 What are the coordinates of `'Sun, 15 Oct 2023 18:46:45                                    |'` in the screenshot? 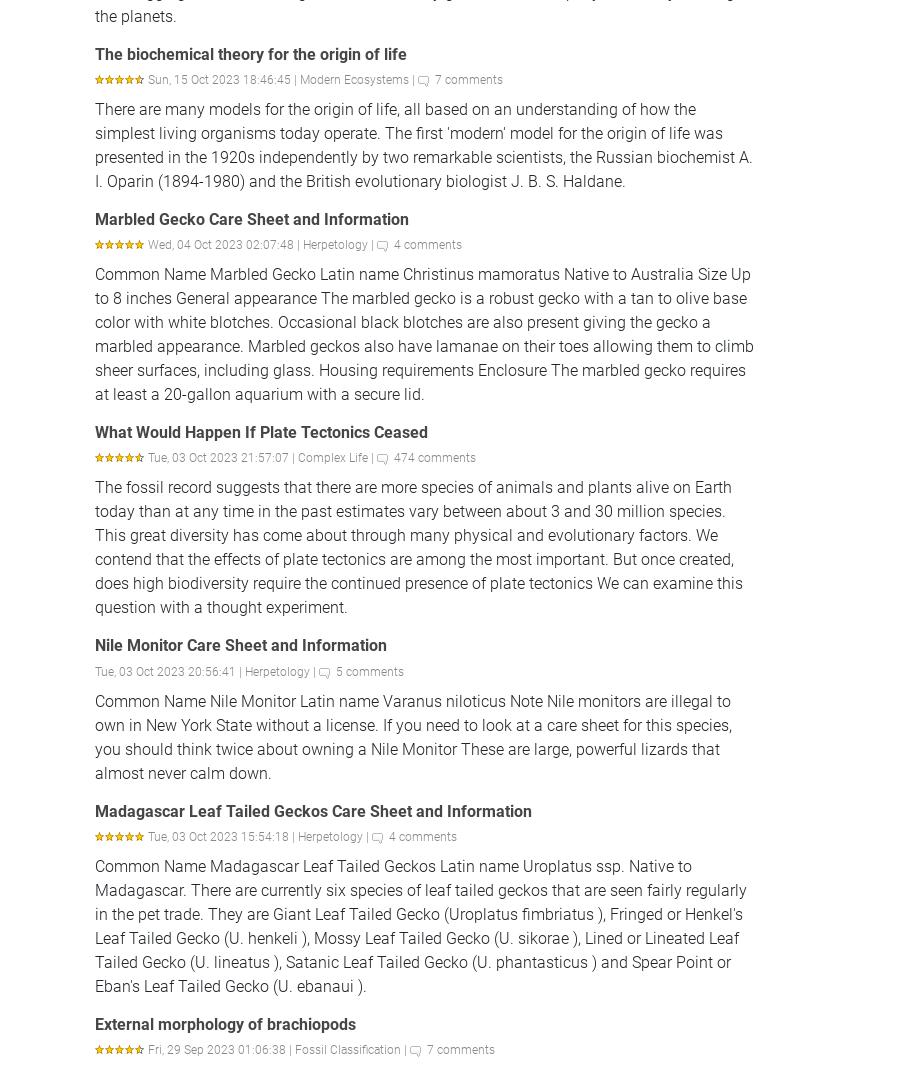 It's located at (224, 79).